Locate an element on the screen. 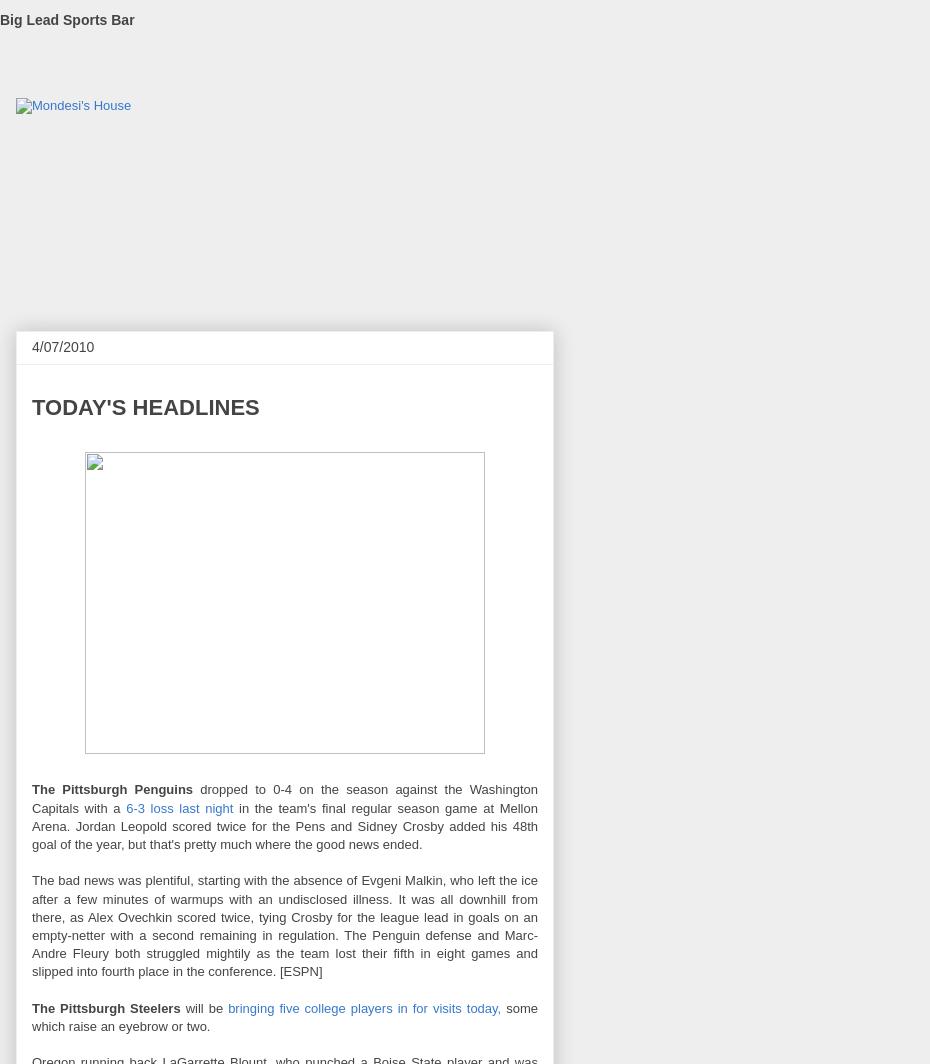  '4/07/2010' is located at coordinates (61, 346).